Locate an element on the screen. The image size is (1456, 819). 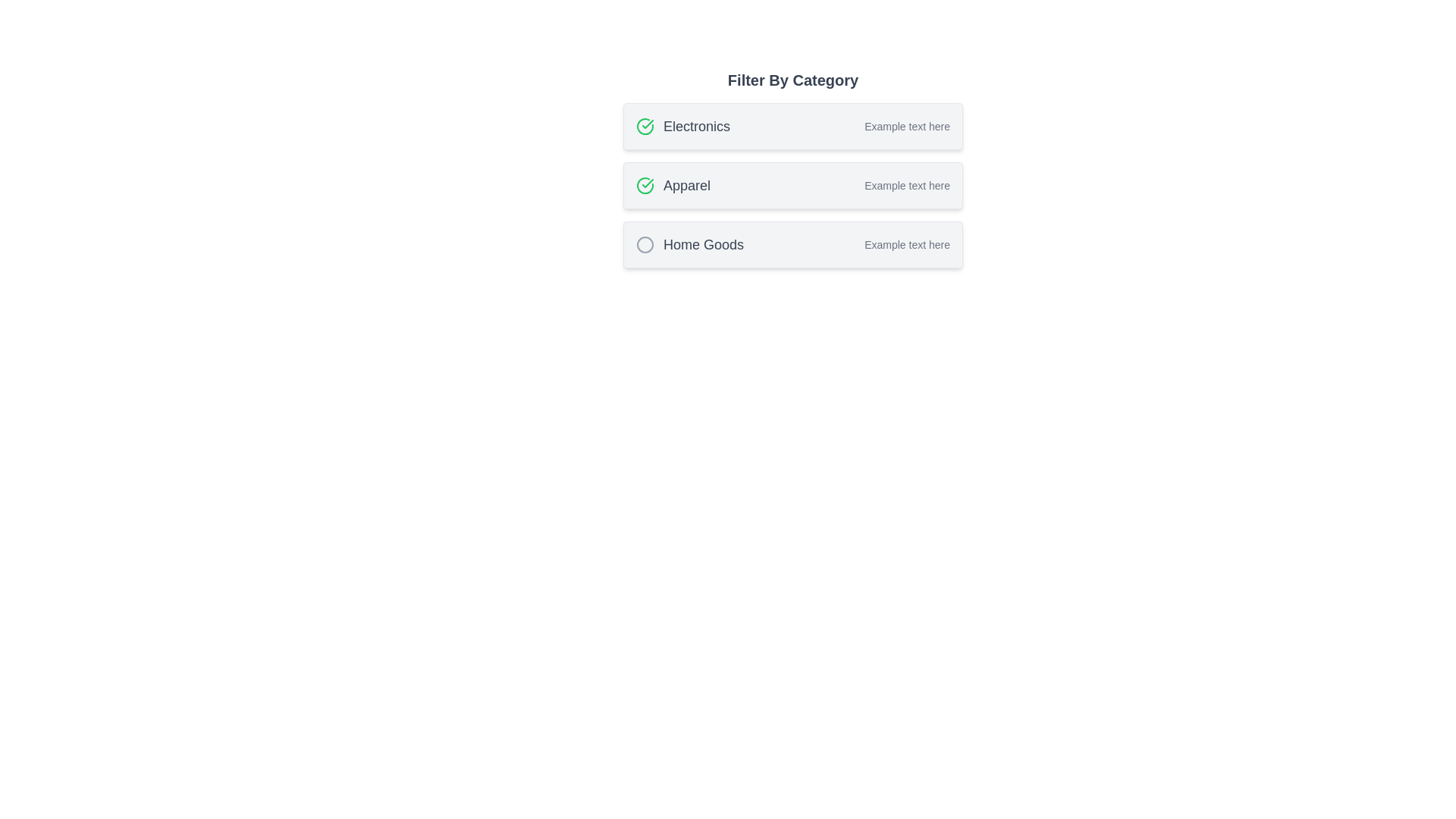
the static text label displaying 'Home Goods', which is styled with a gray color and bold font weight, located below 'Electronics' and 'Apparel' in the 'Filter By Category' section is located at coordinates (702, 244).